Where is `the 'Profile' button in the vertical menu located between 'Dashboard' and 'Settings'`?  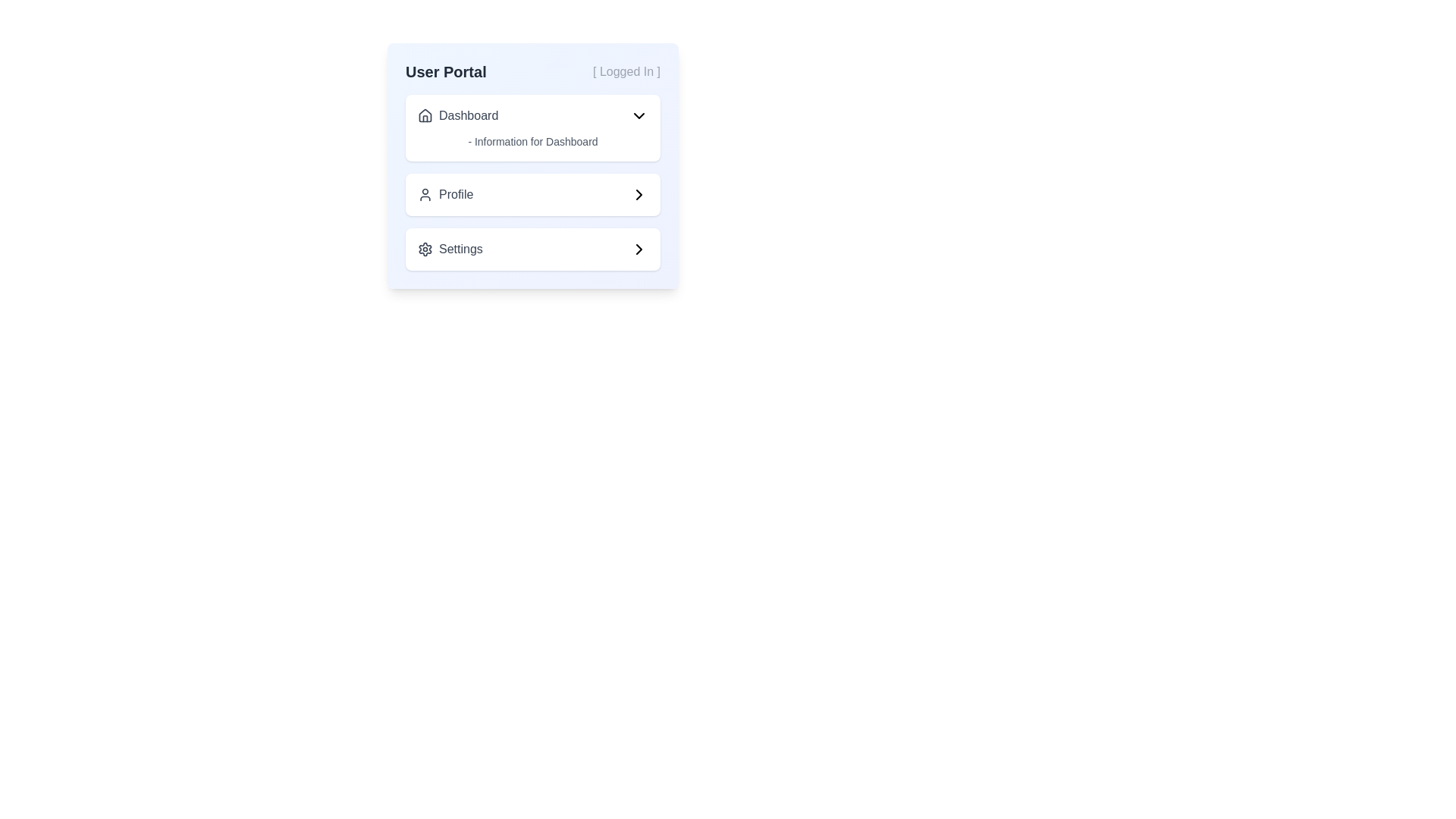
the 'Profile' button in the vertical menu located between 'Dashboard' and 'Settings' is located at coordinates (532, 194).